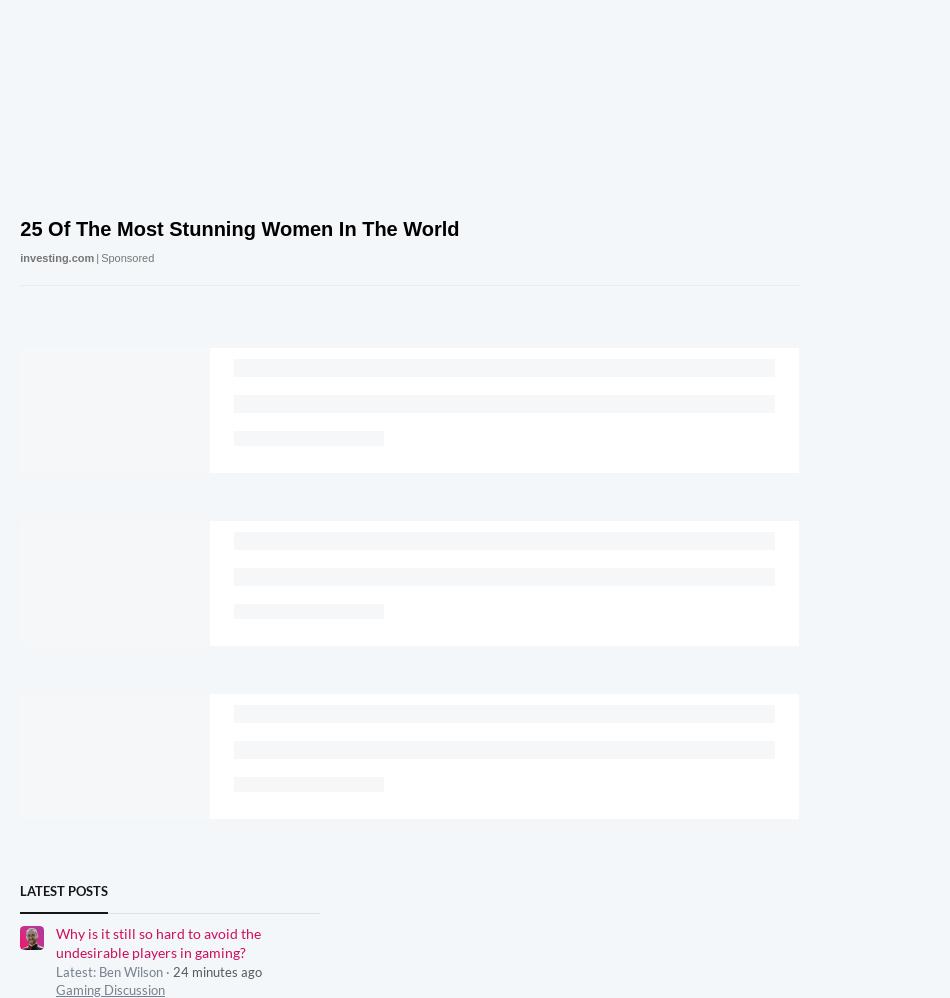 Image resolution: width=950 pixels, height=998 pixels. Describe the element at coordinates (398, 762) in the screenshot. I see `'All rights reserved. England and Wales company registration number 2008885.'` at that location.